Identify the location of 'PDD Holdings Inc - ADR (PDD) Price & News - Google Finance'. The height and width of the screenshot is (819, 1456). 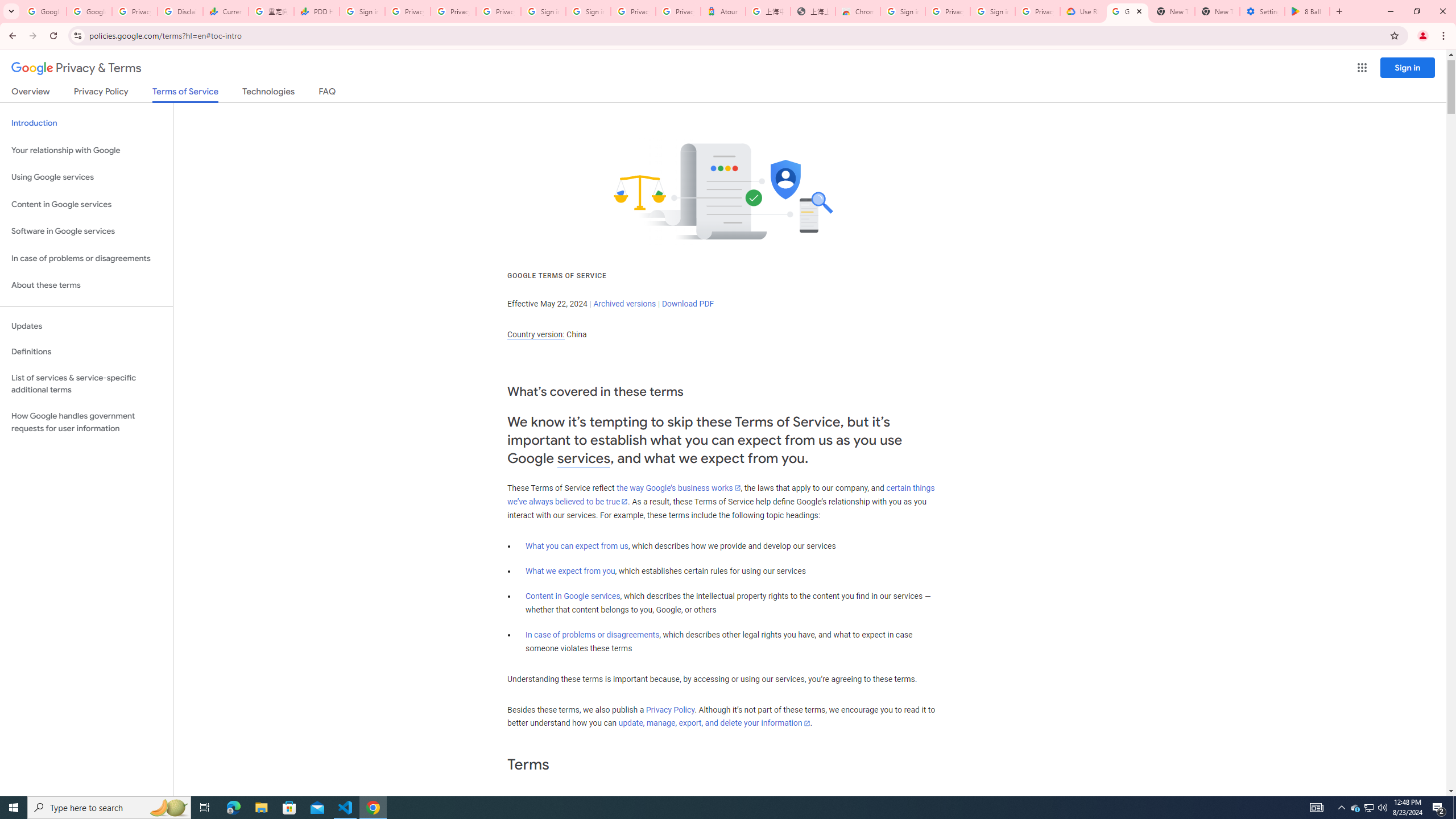
(316, 11).